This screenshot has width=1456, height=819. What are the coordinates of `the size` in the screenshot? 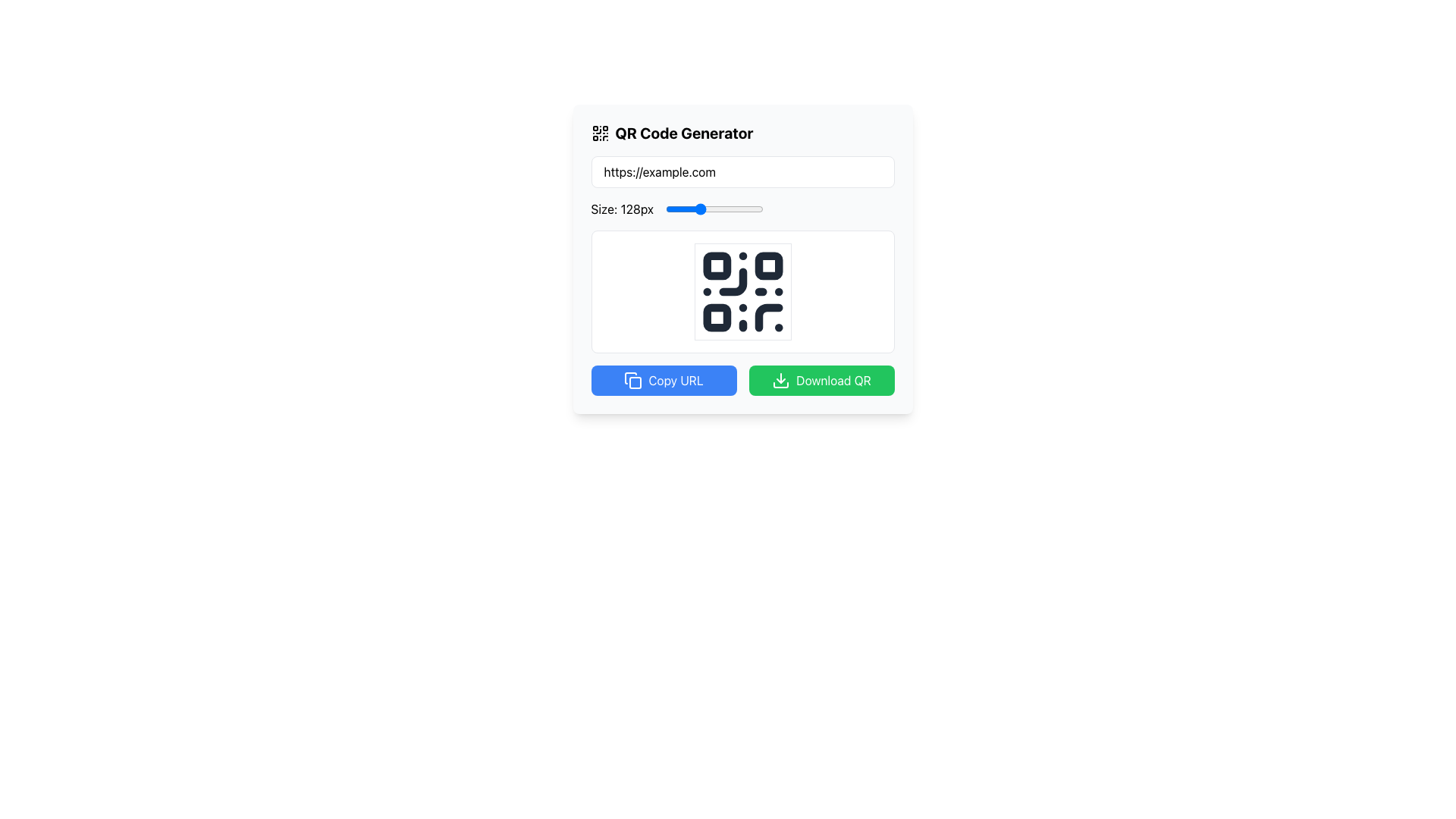 It's located at (694, 209).